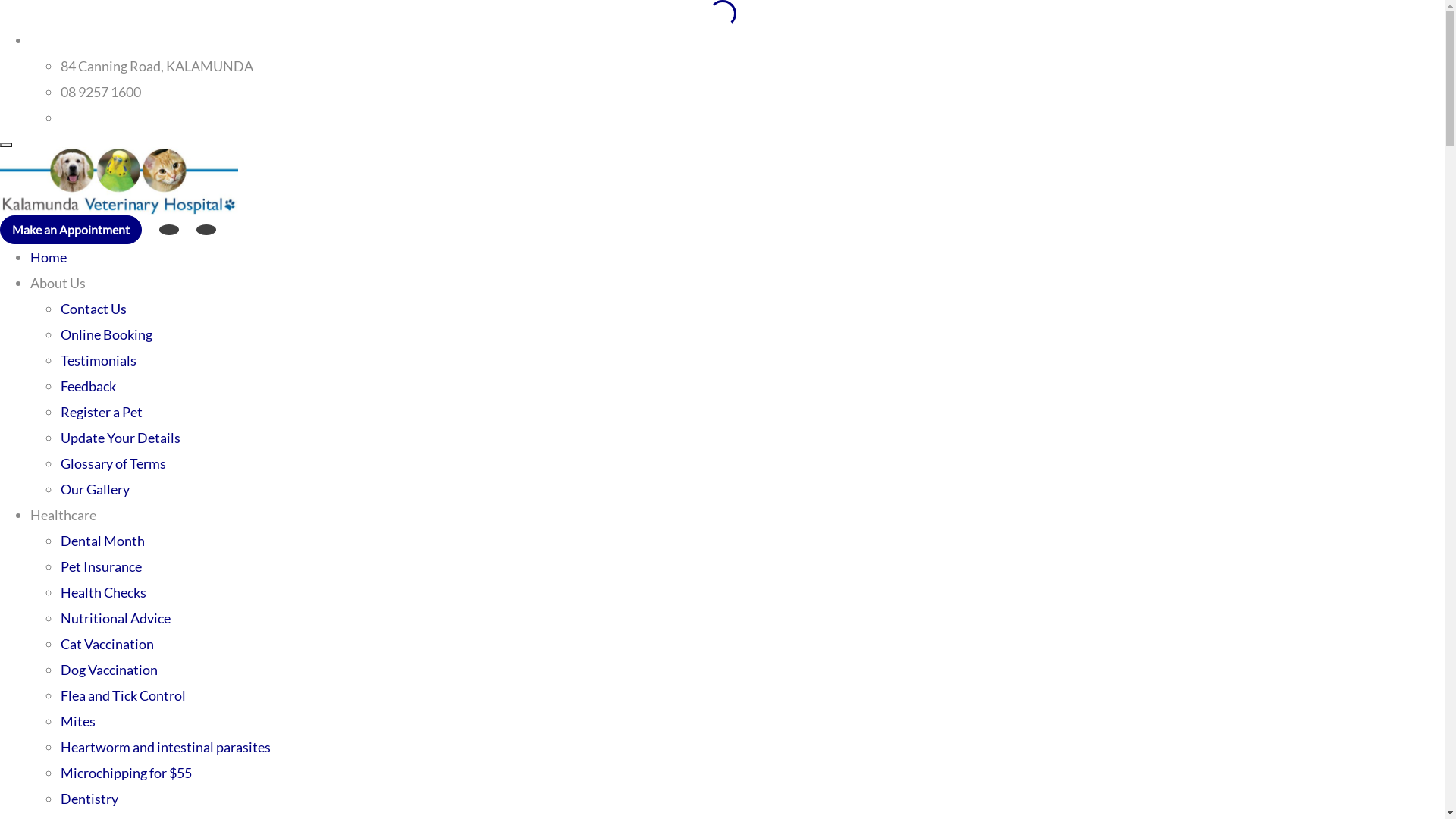 The image size is (1456, 819). What do you see at coordinates (30, 256) in the screenshot?
I see `'Home'` at bounding box center [30, 256].